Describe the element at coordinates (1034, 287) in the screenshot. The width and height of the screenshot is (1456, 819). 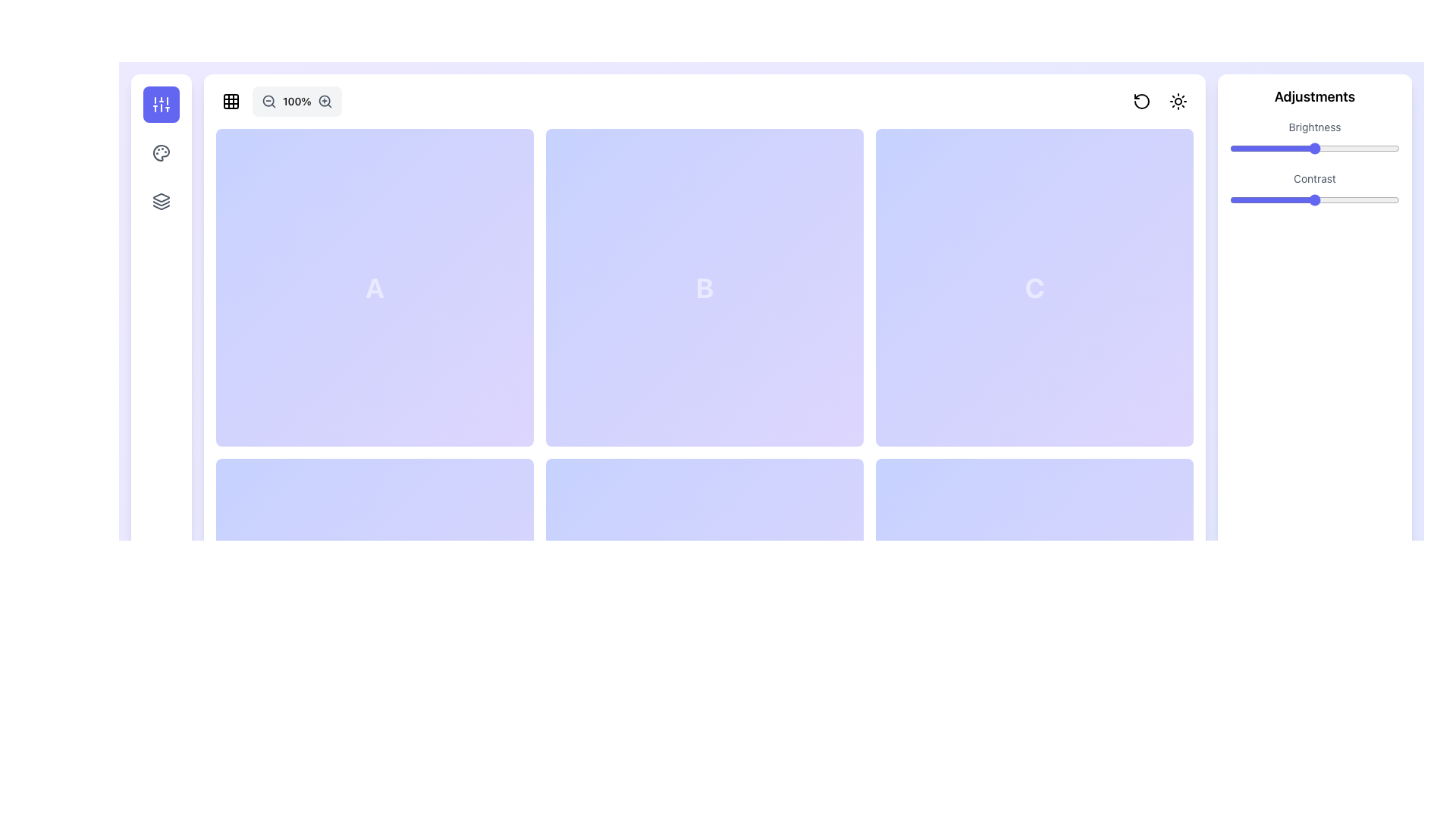
I see `the small rounded rectangle SVG graphical component located in the upper-right section of the interface` at that location.